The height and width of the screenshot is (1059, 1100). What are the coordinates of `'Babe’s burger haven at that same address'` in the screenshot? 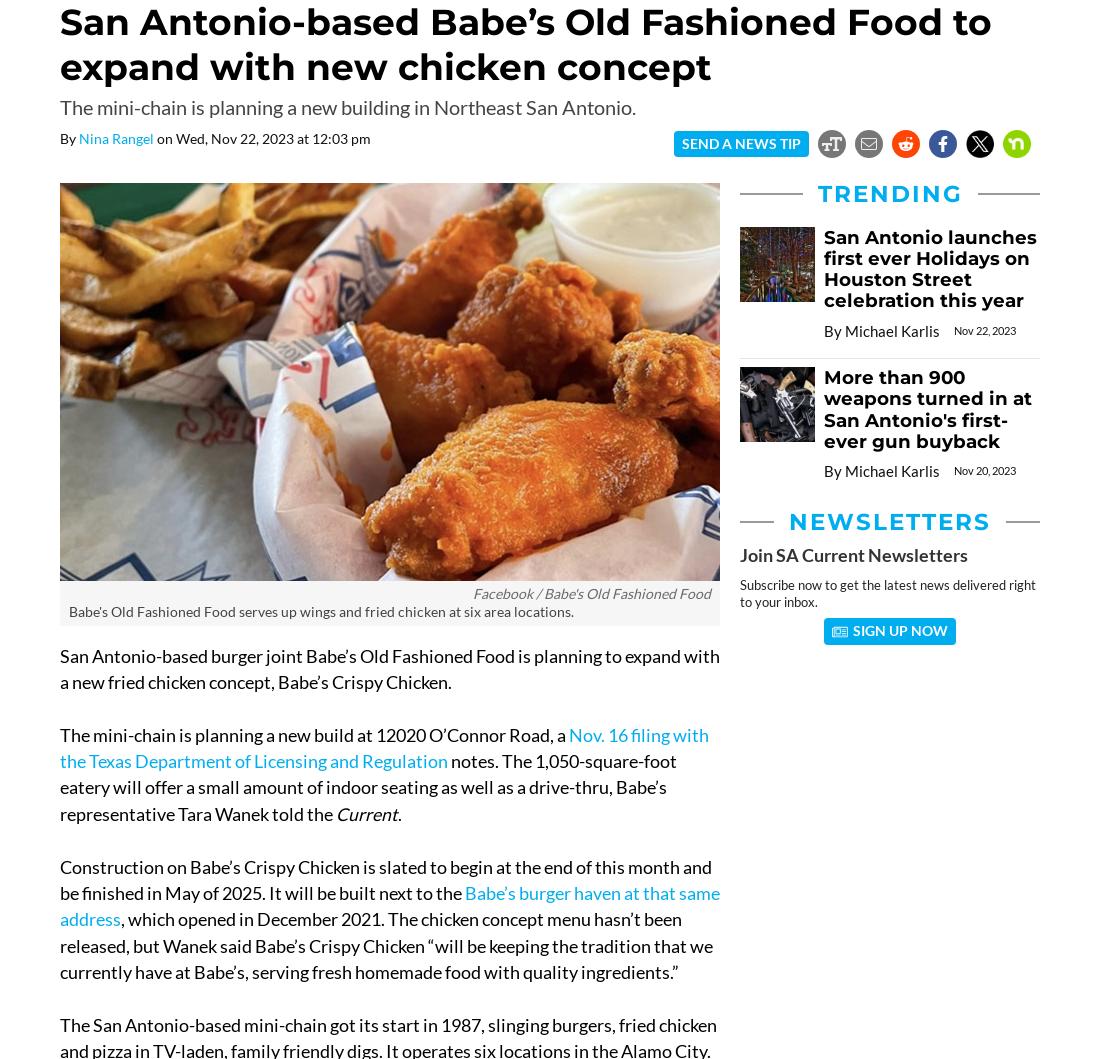 It's located at (389, 906).